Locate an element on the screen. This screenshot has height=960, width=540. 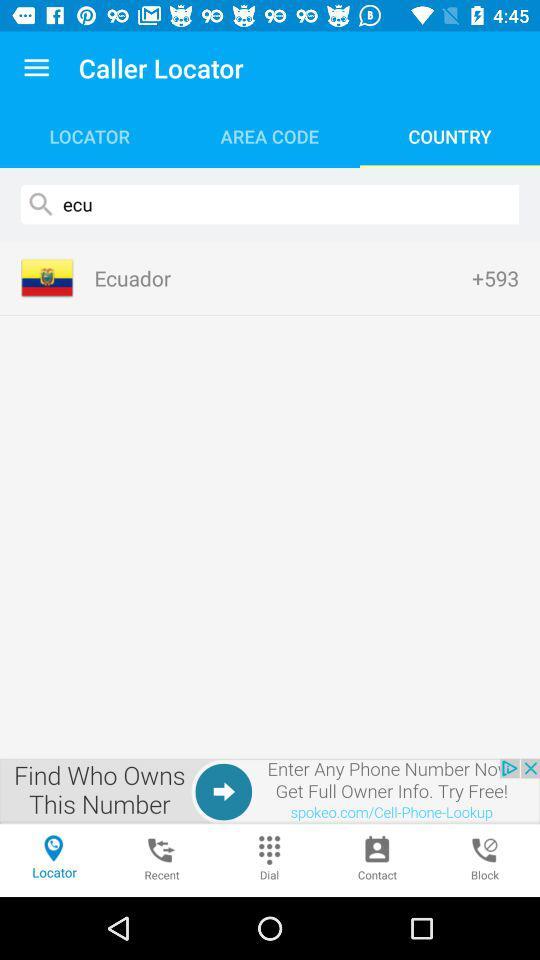
banner advertisement for spokeo is located at coordinates (270, 791).